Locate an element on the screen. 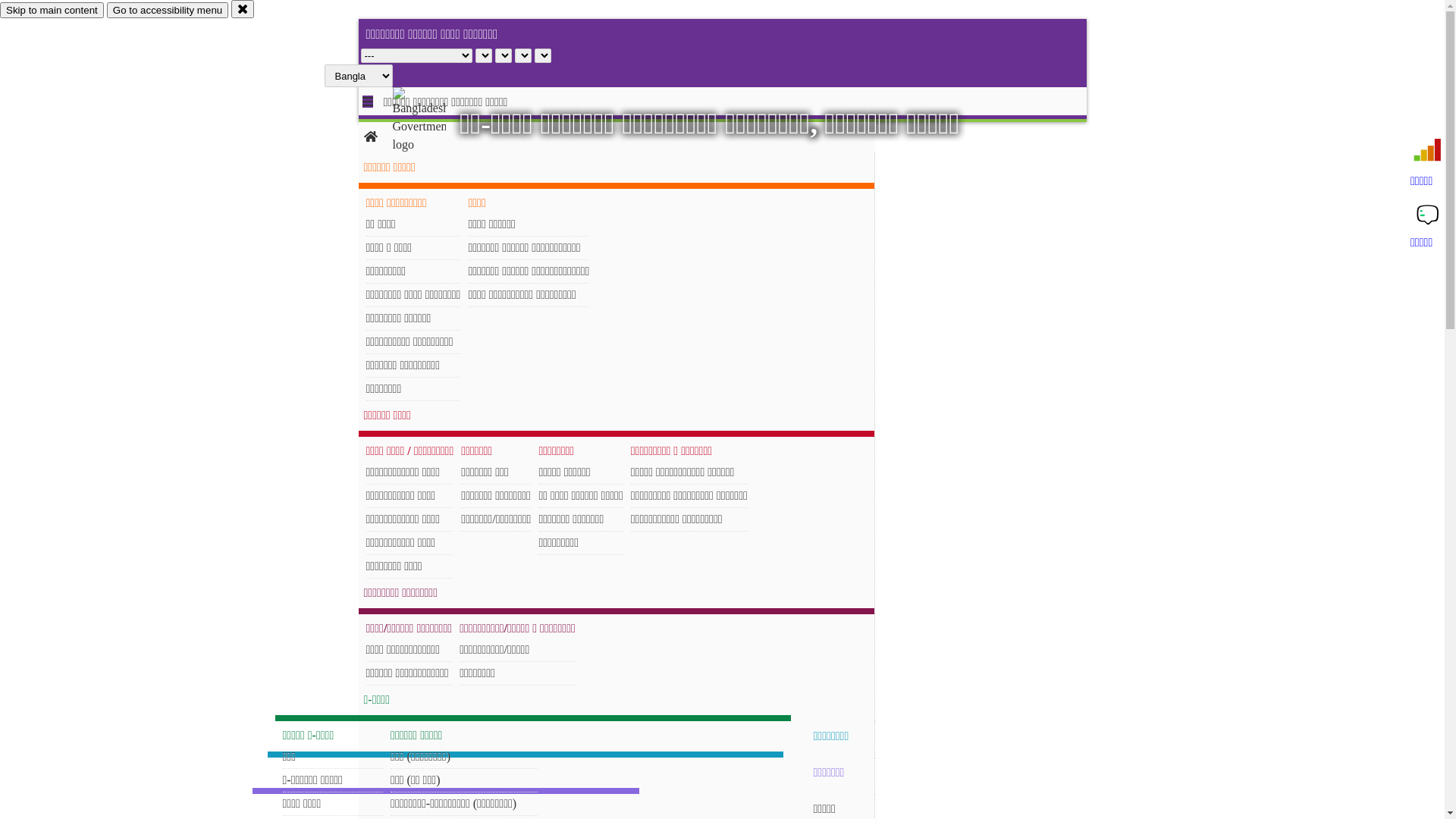  ' is located at coordinates (431, 119).